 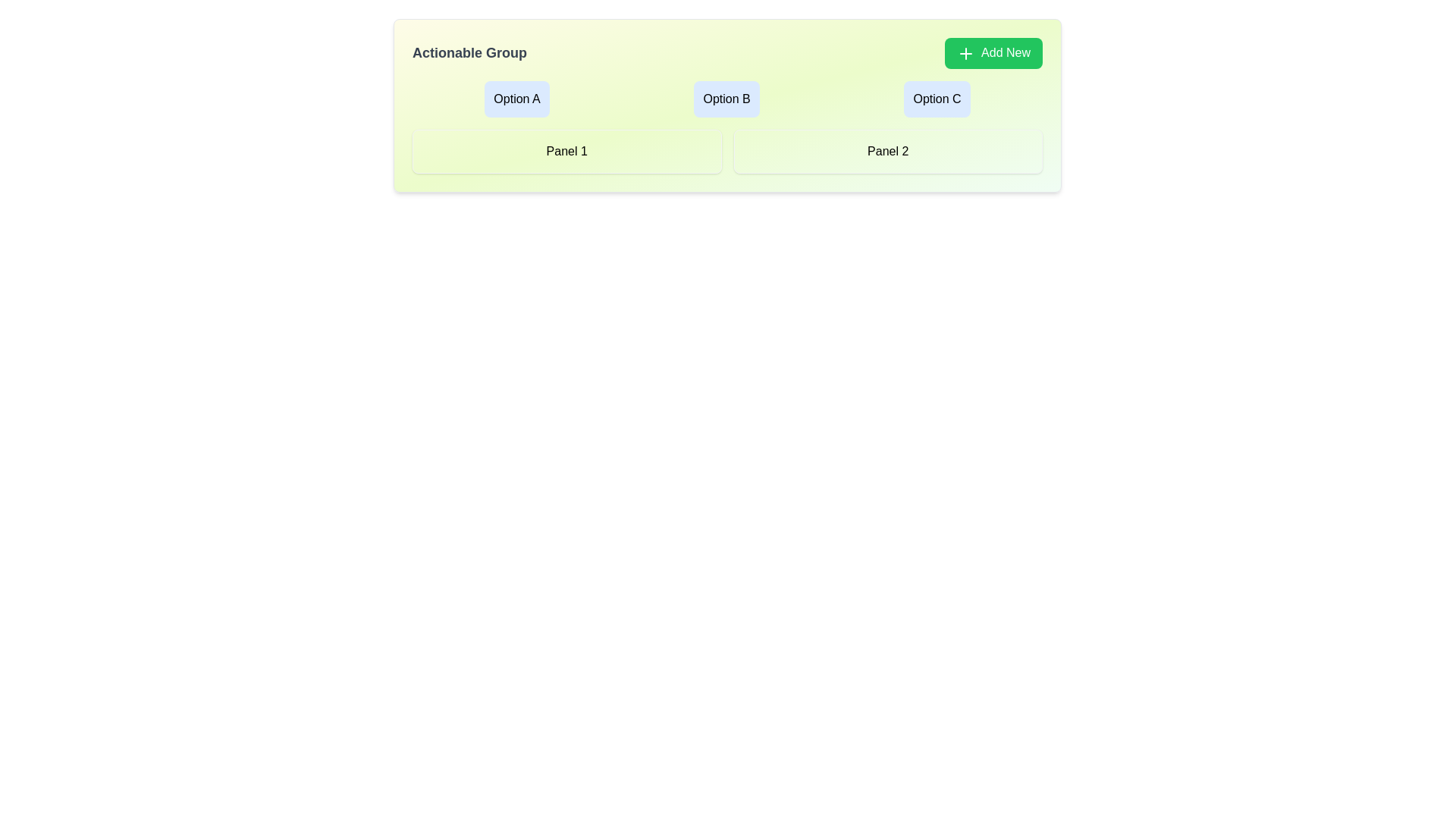 What do you see at coordinates (566, 151) in the screenshot?
I see `the static panel labeled 'Panel 1' with a light green background and rounded corners, located in the left half of the grid layout` at bounding box center [566, 151].